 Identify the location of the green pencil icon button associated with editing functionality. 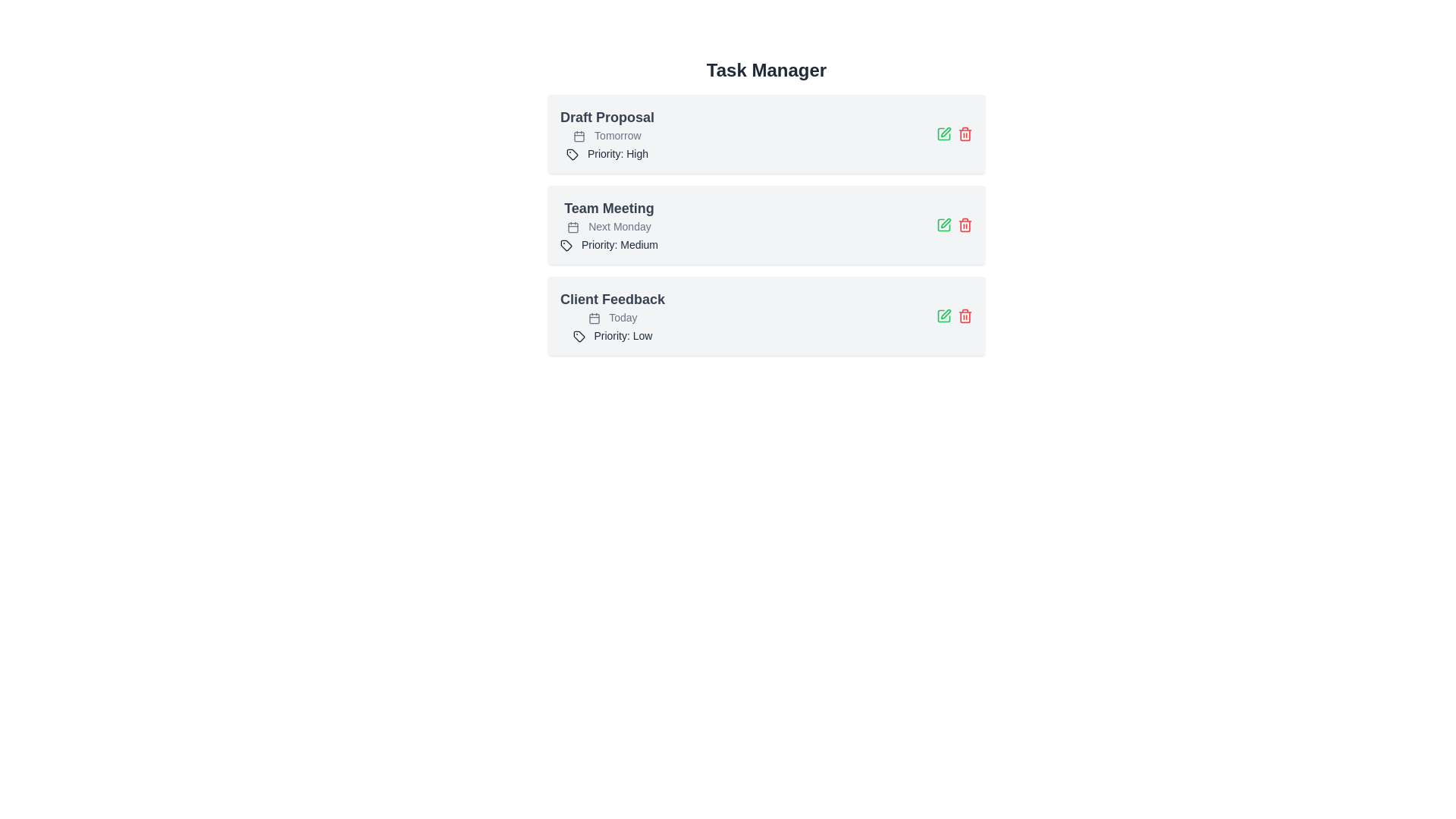
(943, 133).